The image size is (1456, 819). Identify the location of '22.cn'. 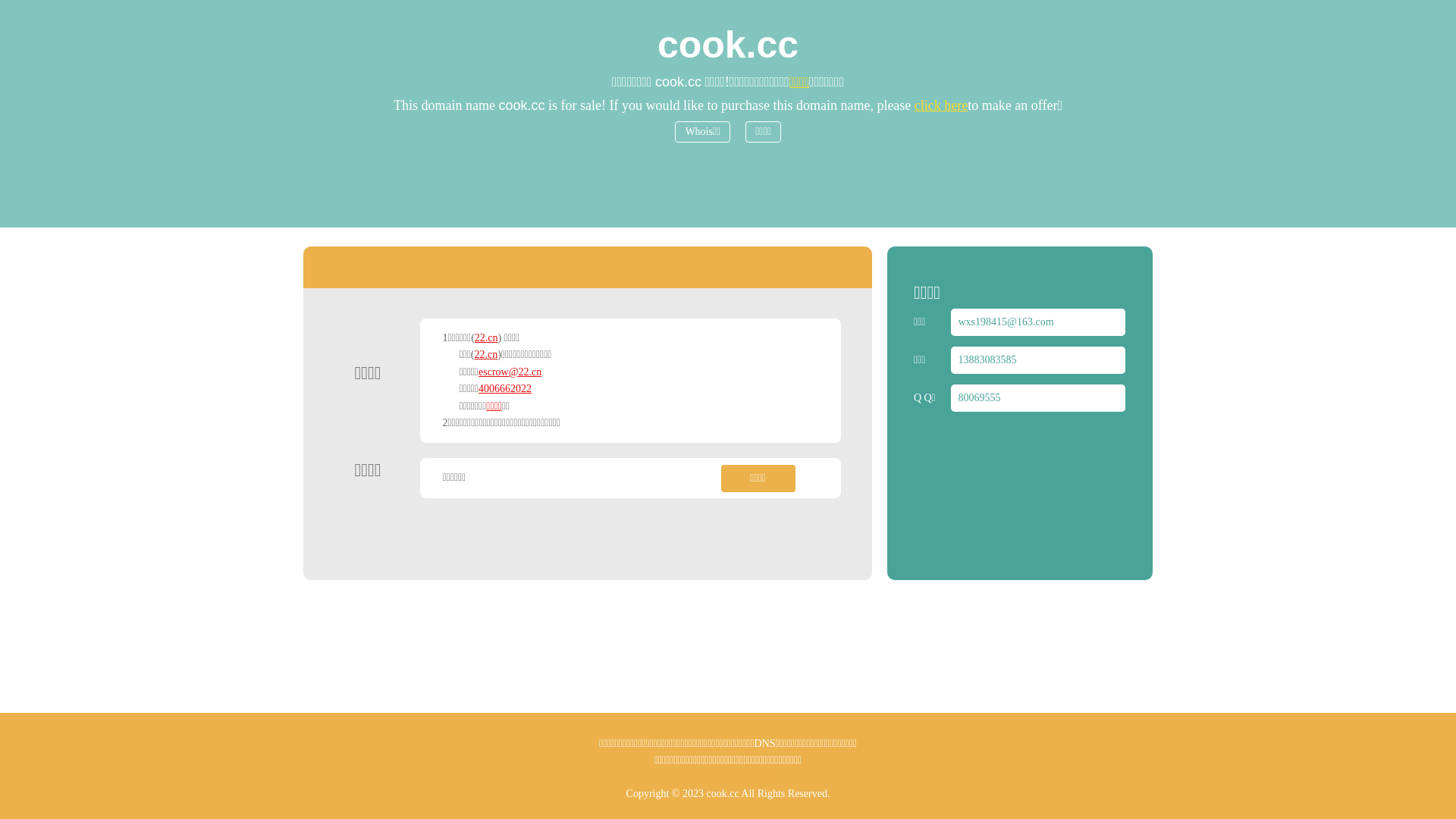
(486, 337).